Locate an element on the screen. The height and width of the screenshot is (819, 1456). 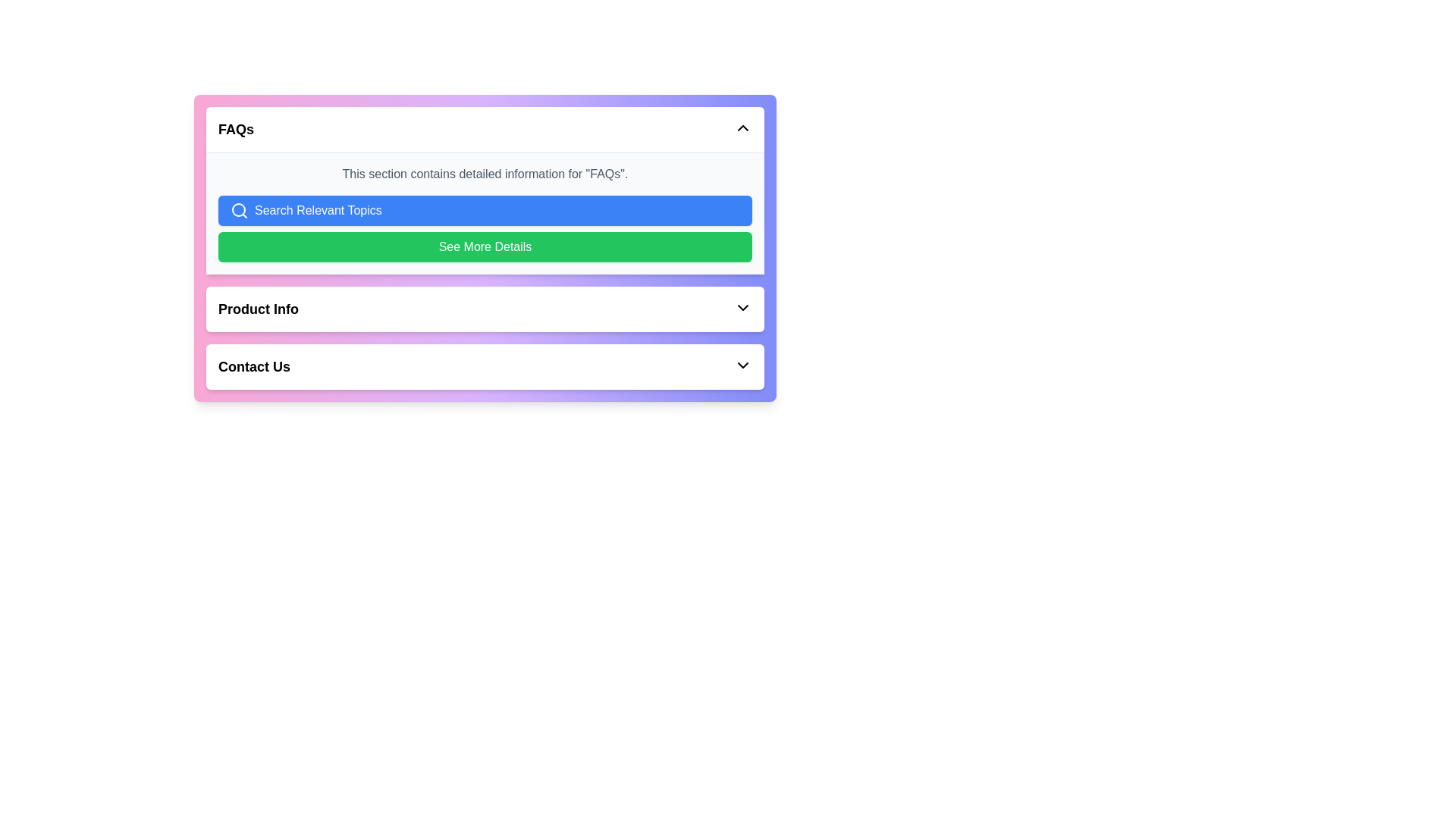
the magnifying glass icon located at the top-left corner of the blue button labeled 'Search Relevant Topics' is located at coordinates (239, 210).